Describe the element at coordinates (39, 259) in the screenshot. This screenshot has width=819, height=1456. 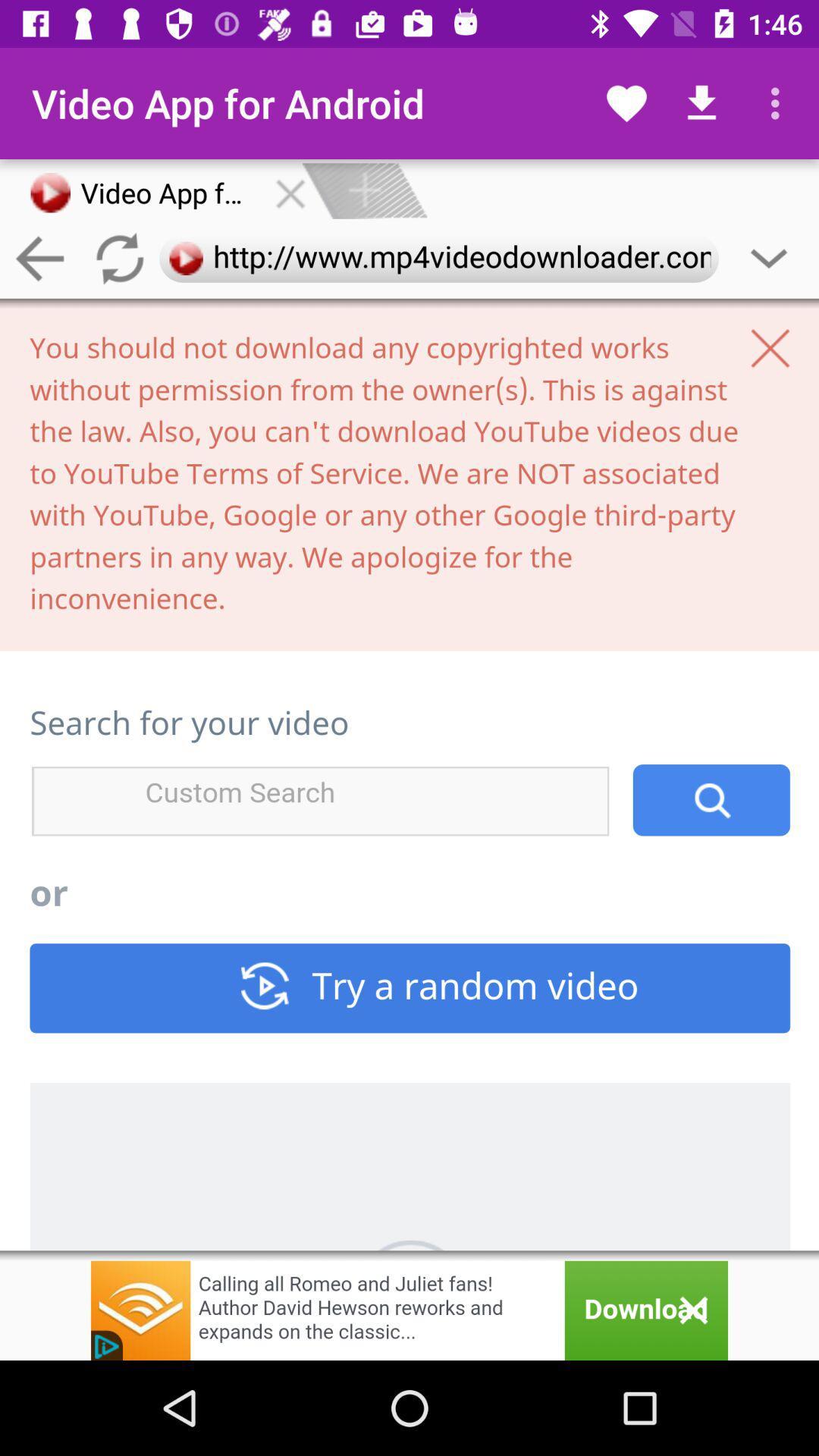
I see `the arrow_backward icon` at that location.